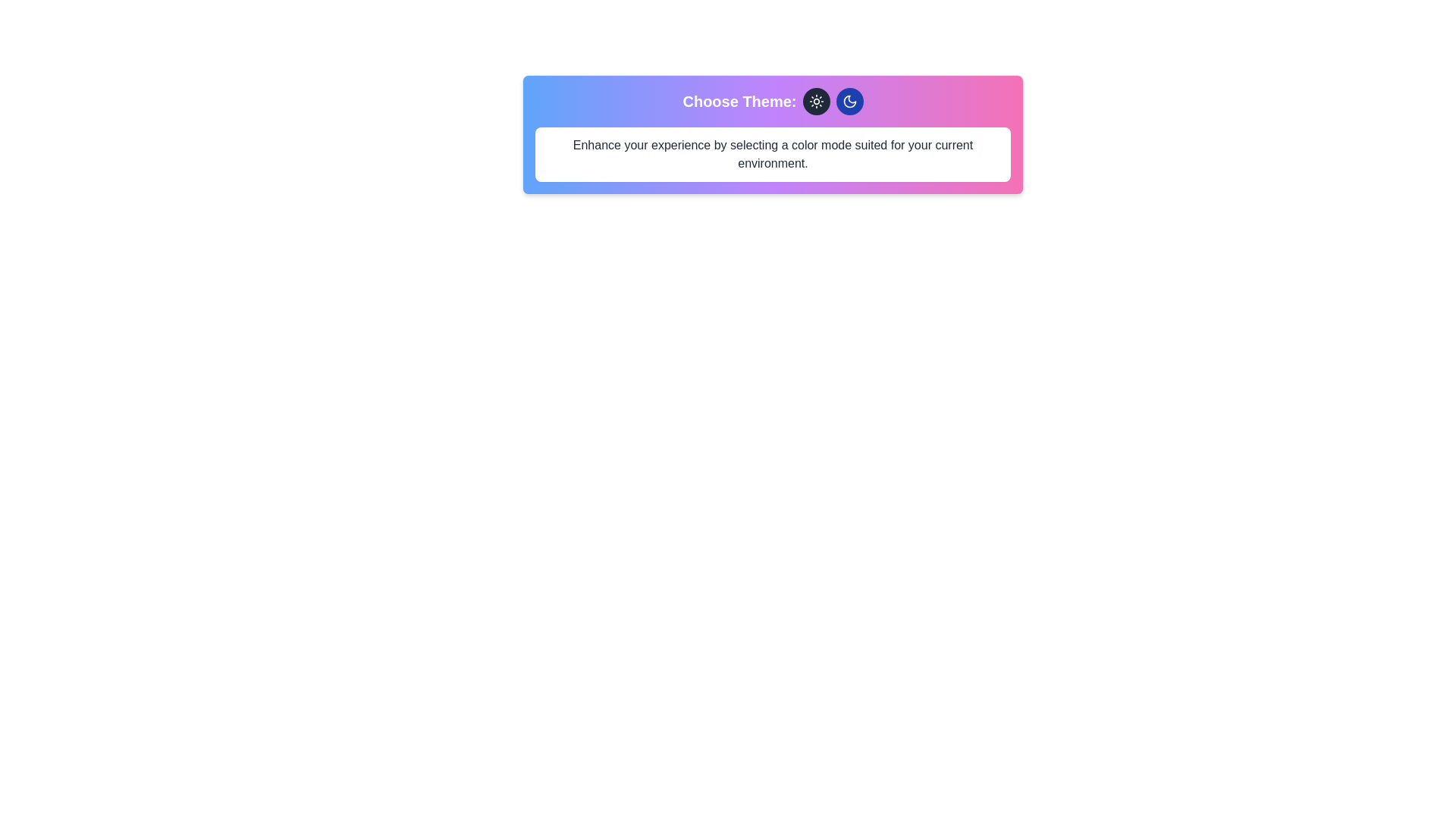  I want to click on the text element that reads 'Enhance your experience by selecting a color mode suited for your current environment.', so click(773, 155).